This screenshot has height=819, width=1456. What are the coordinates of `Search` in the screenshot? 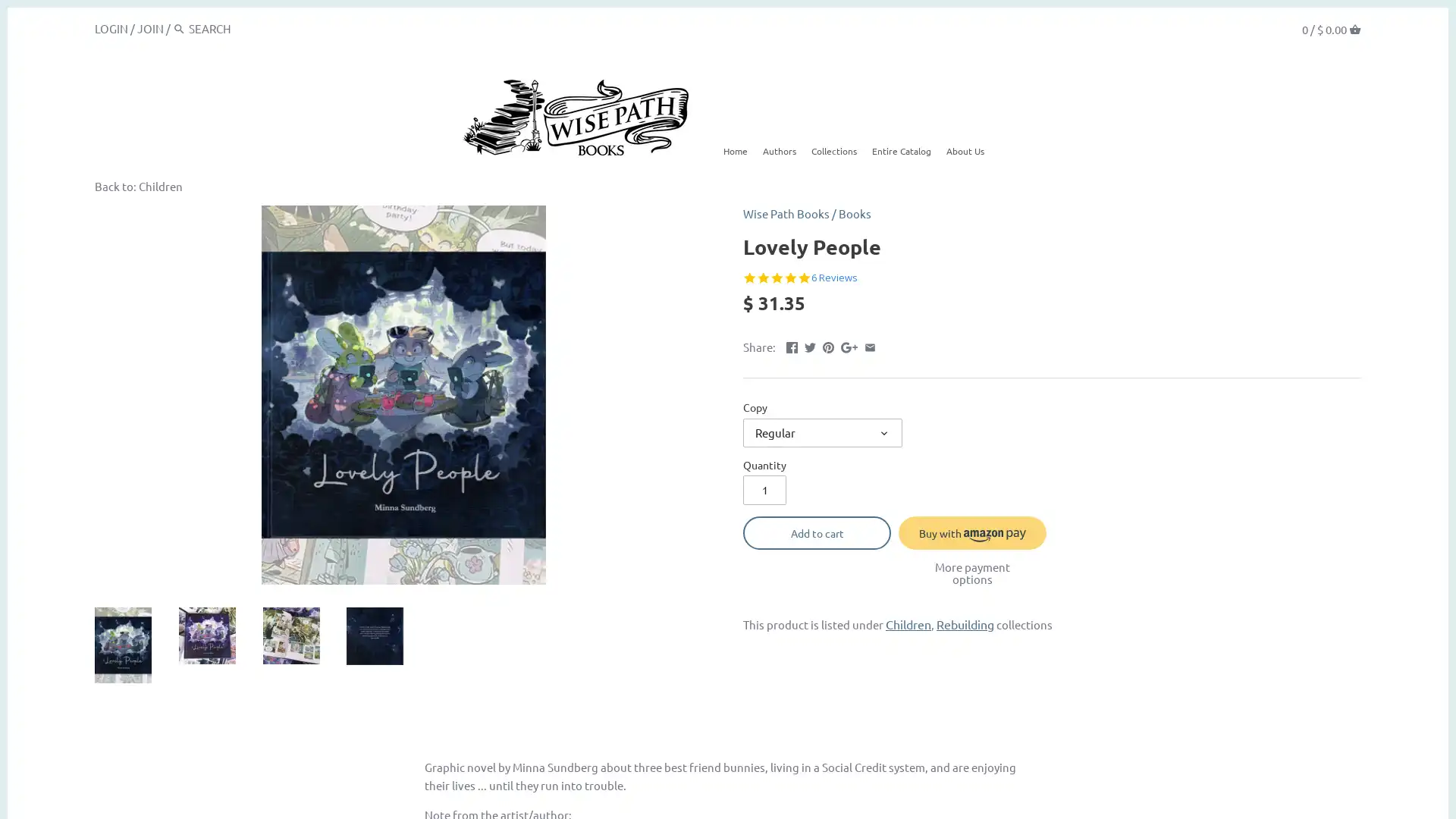 It's located at (179, 28).